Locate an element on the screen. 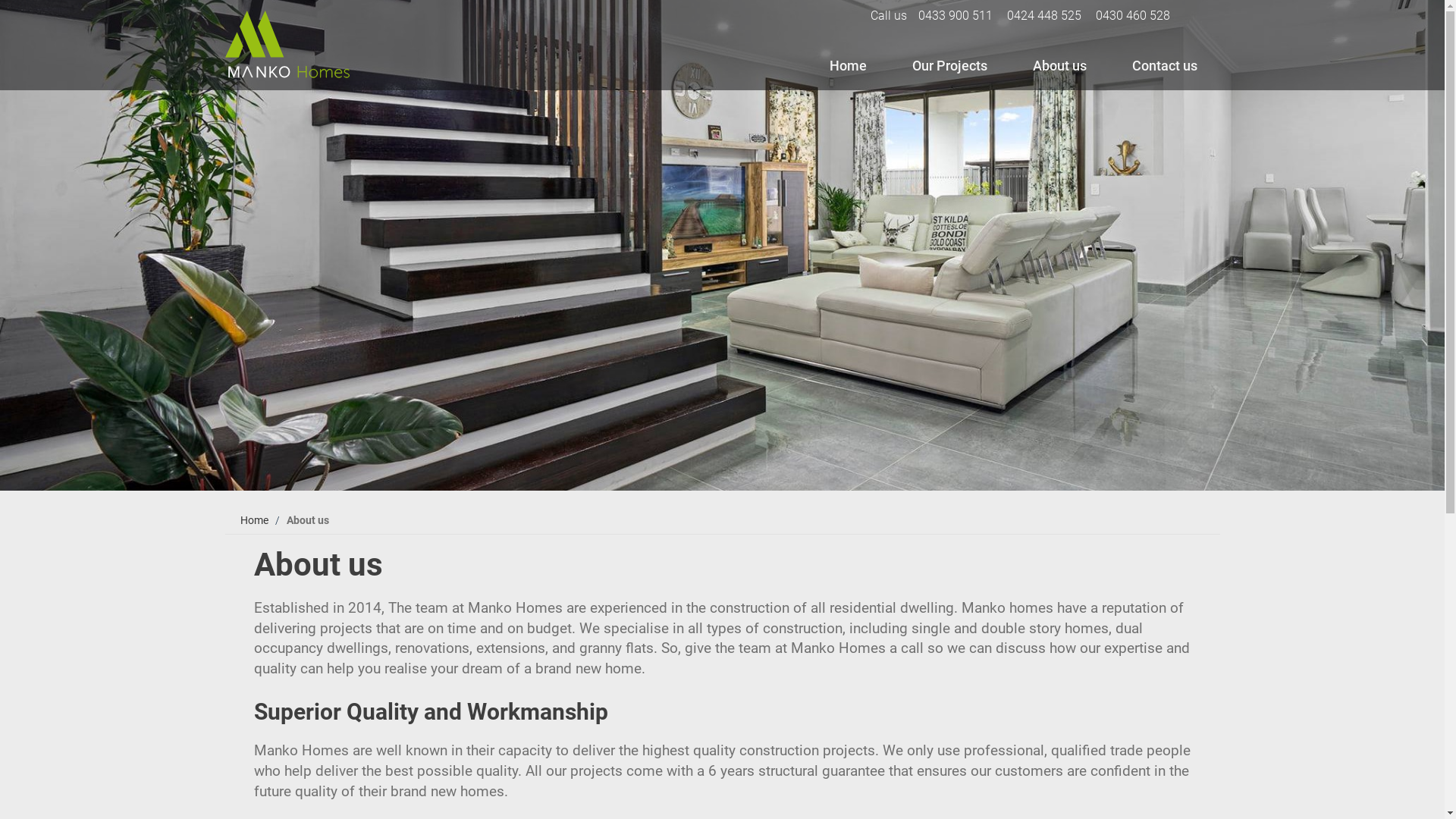  'Contact us' is located at coordinates (1124, 65).